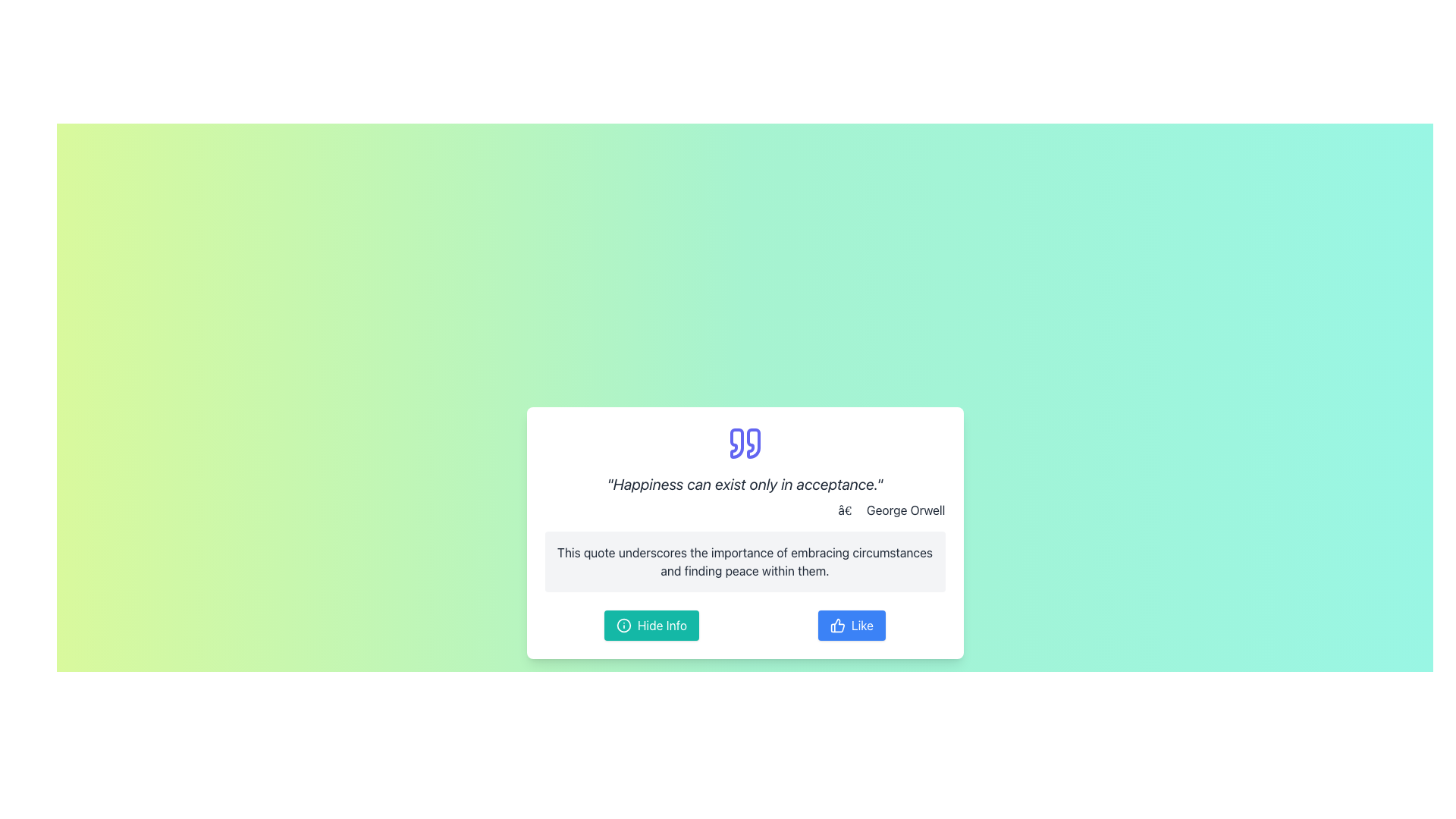 The height and width of the screenshot is (819, 1456). What do you see at coordinates (745, 485) in the screenshot?
I see `quote displayed in the central Text Label located below the quotation mark icon and above the author credit` at bounding box center [745, 485].